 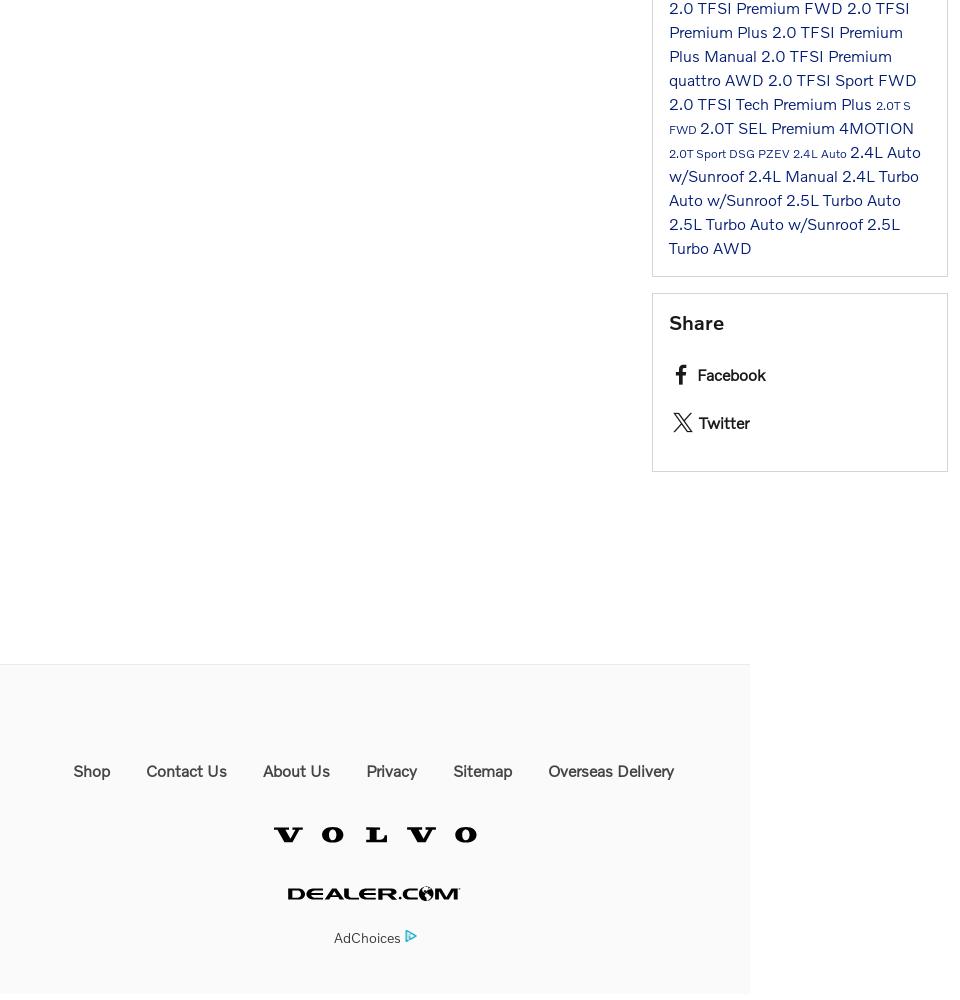 What do you see at coordinates (730, 372) in the screenshot?
I see `'Facebook'` at bounding box center [730, 372].